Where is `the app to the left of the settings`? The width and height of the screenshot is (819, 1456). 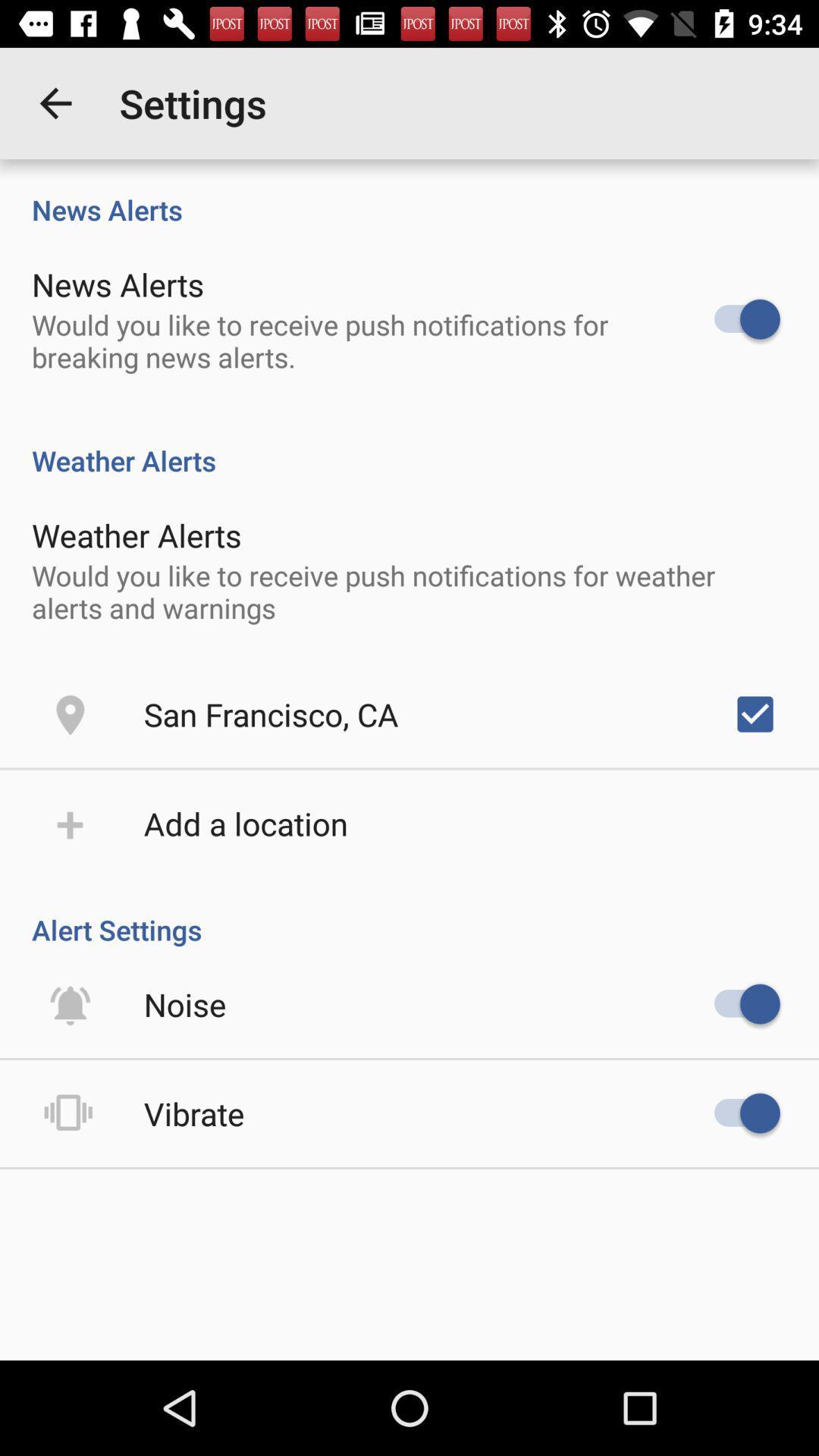
the app to the left of the settings is located at coordinates (55, 102).